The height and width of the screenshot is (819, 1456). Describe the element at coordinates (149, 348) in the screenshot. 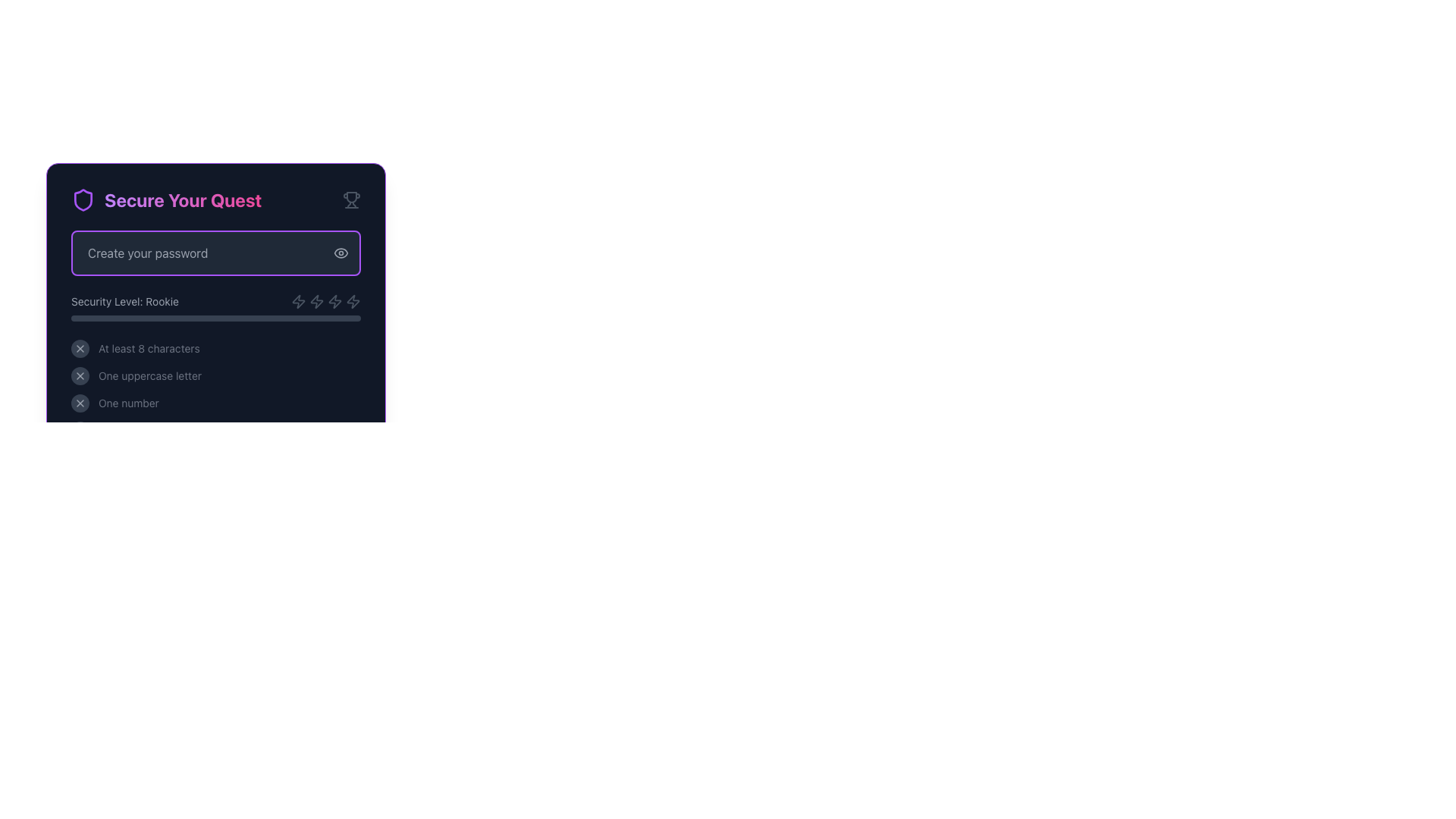

I see `the informational text label that reads 'At least 8 characters', which is styled with a small gray font and located below the password input field in the 'Secure Your Quest' section` at that location.